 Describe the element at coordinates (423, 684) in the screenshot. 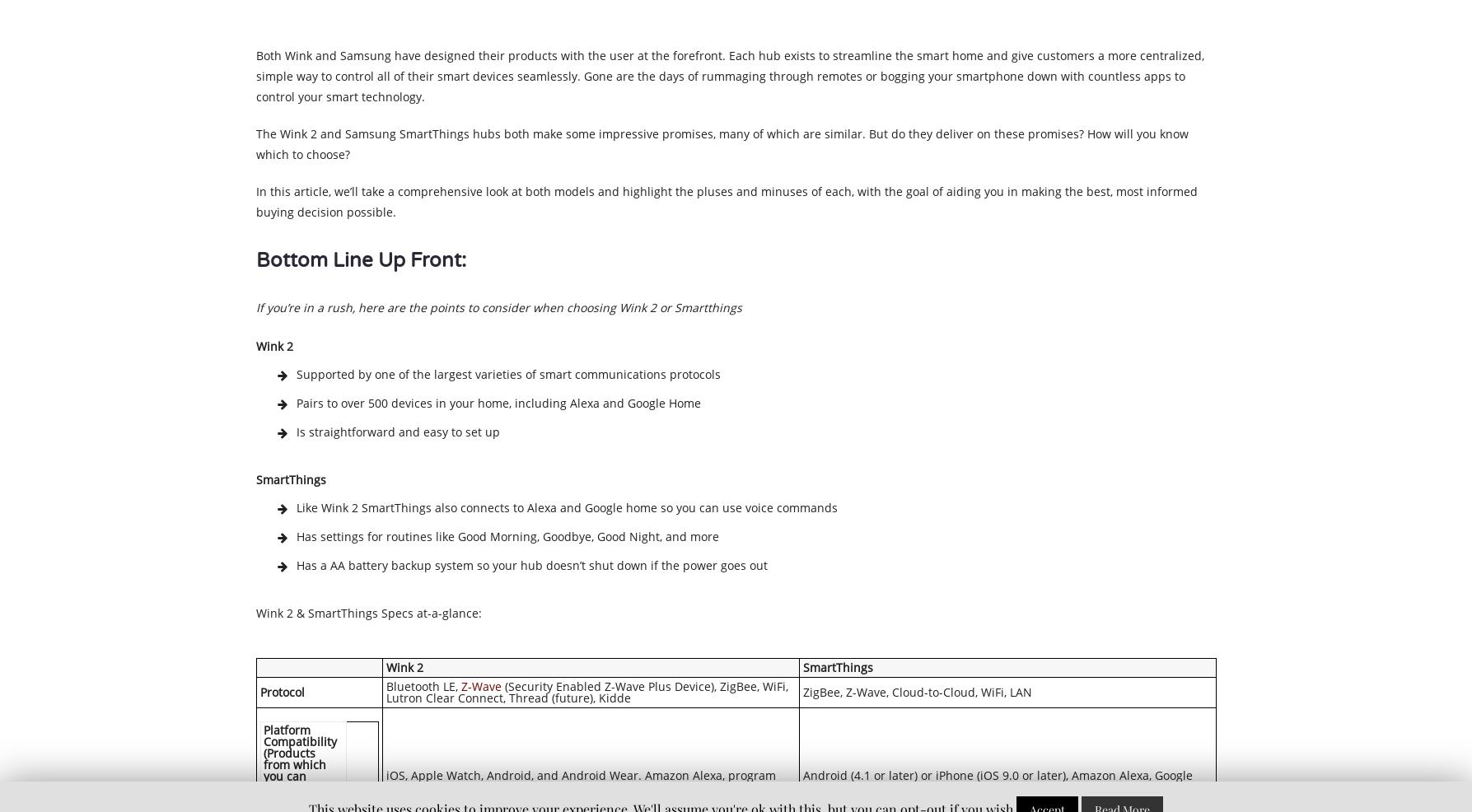

I see `'Bluetooth LE,'` at that location.